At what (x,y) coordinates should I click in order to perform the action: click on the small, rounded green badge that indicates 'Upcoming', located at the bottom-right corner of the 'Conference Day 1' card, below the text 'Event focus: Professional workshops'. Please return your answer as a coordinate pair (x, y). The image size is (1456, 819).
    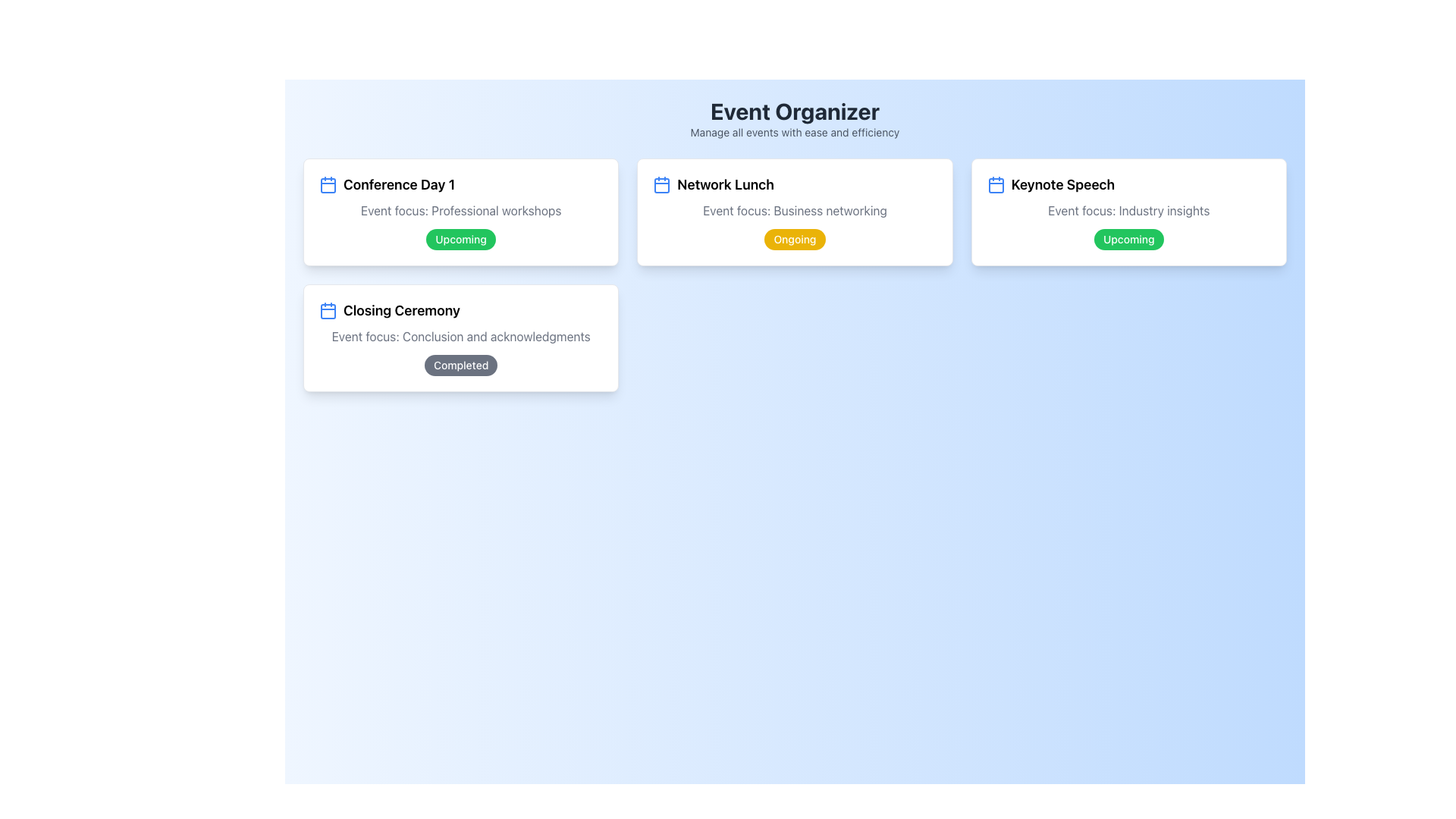
    Looking at the image, I should click on (460, 239).